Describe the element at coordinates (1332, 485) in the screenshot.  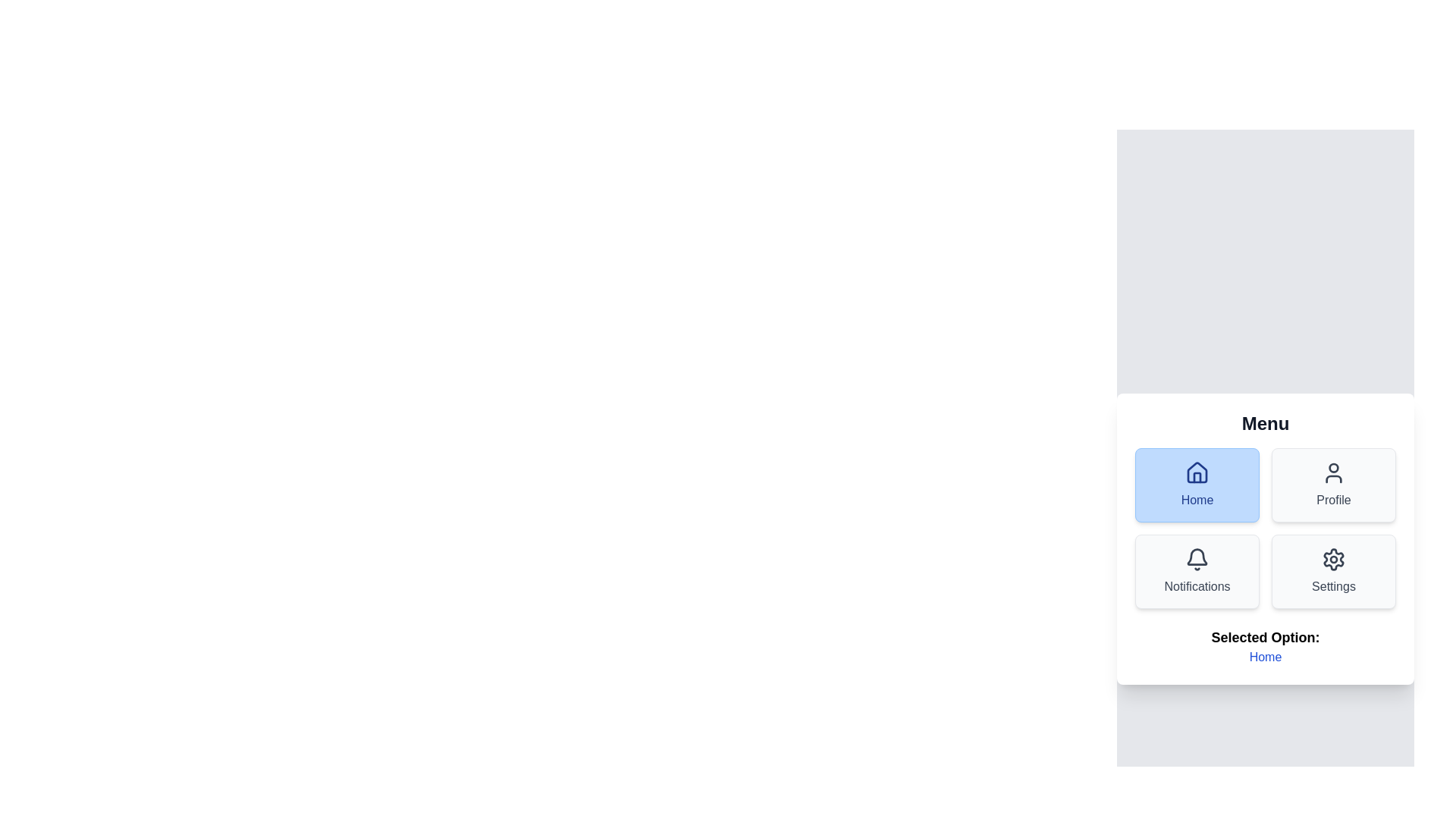
I see `the Profile menu option` at that location.